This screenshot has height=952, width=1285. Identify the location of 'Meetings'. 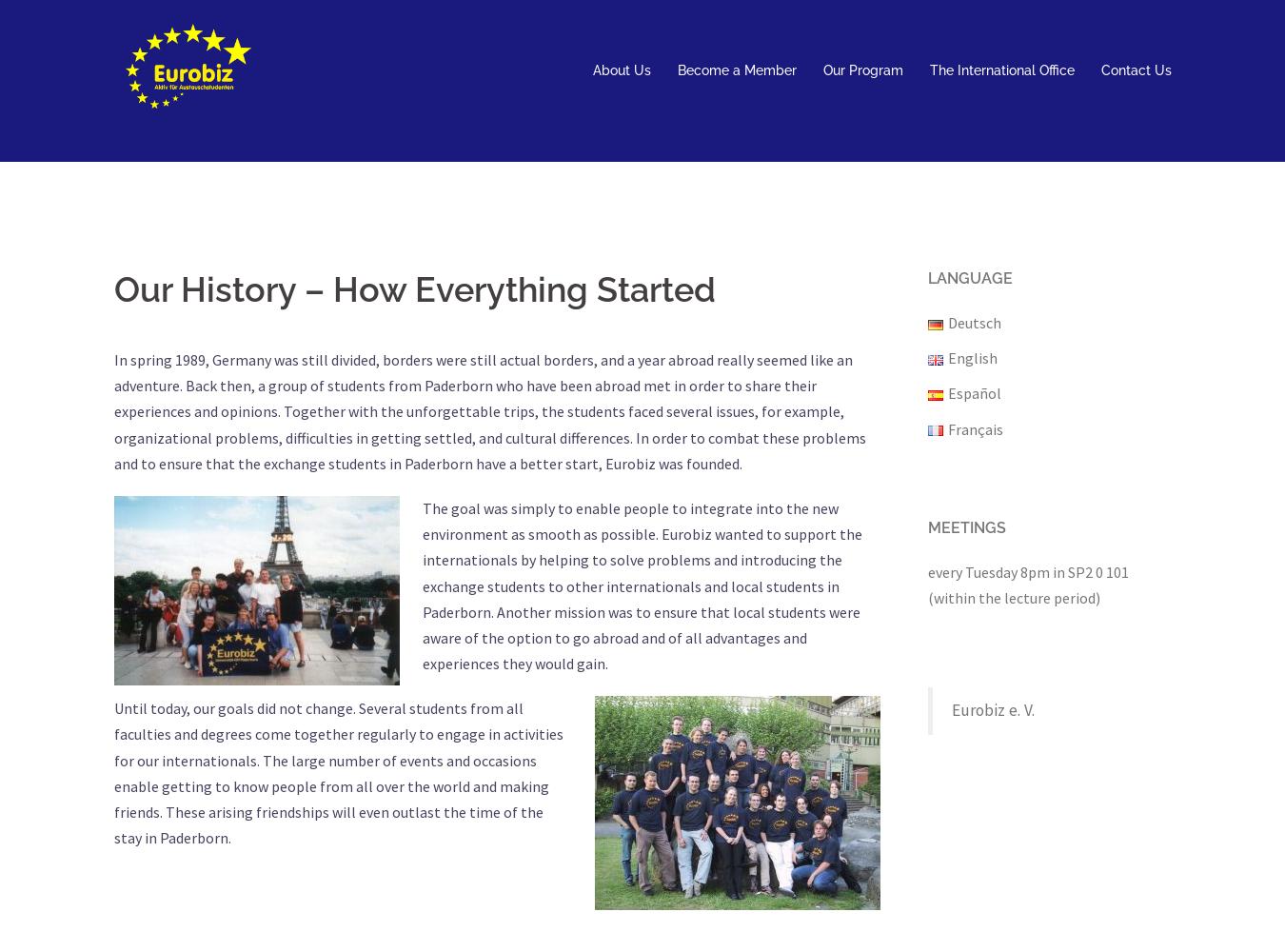
(967, 526).